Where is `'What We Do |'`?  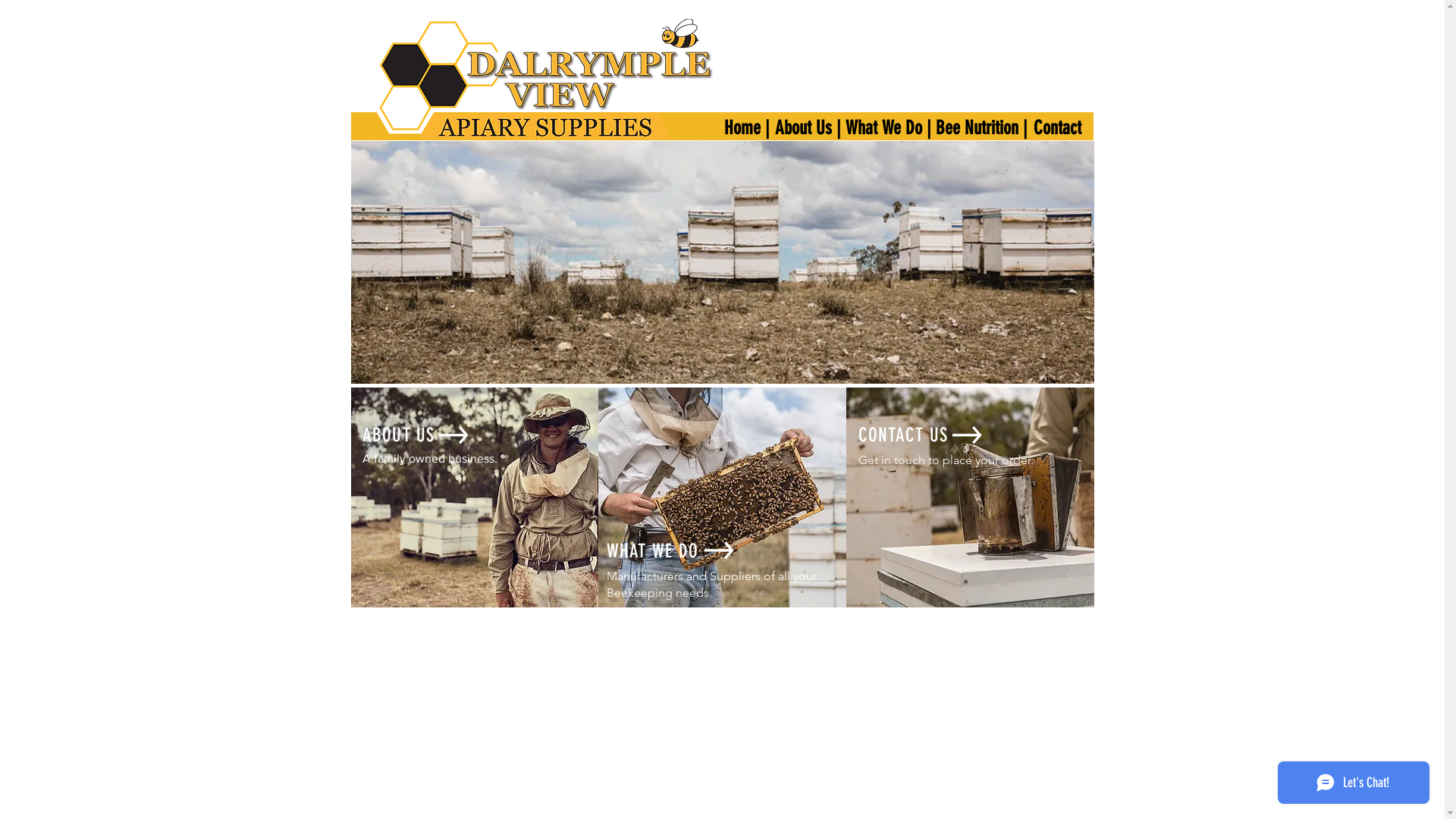 'What We Do |' is located at coordinates (833, 127).